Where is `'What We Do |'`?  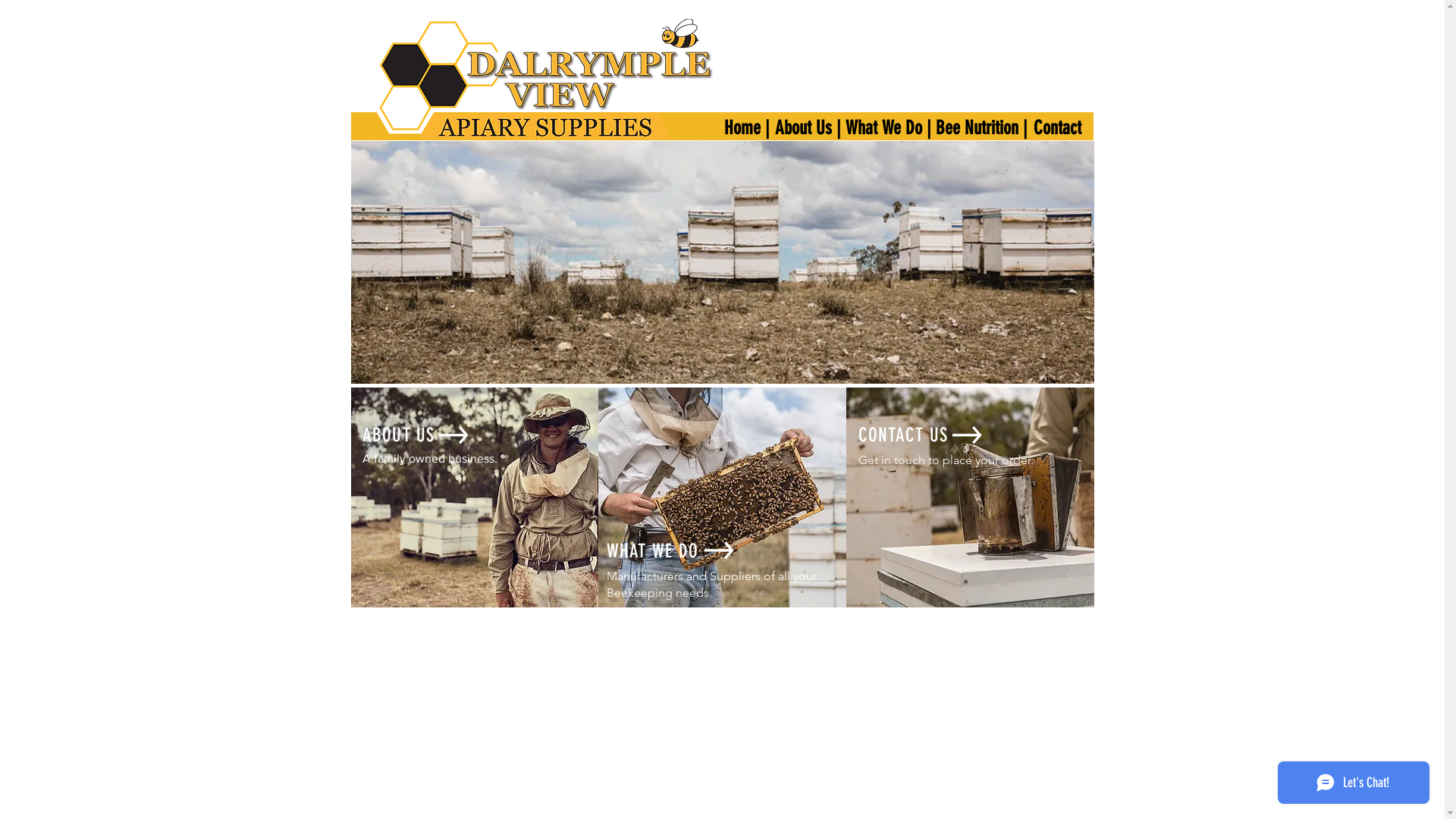 'What We Do |' is located at coordinates (833, 127).